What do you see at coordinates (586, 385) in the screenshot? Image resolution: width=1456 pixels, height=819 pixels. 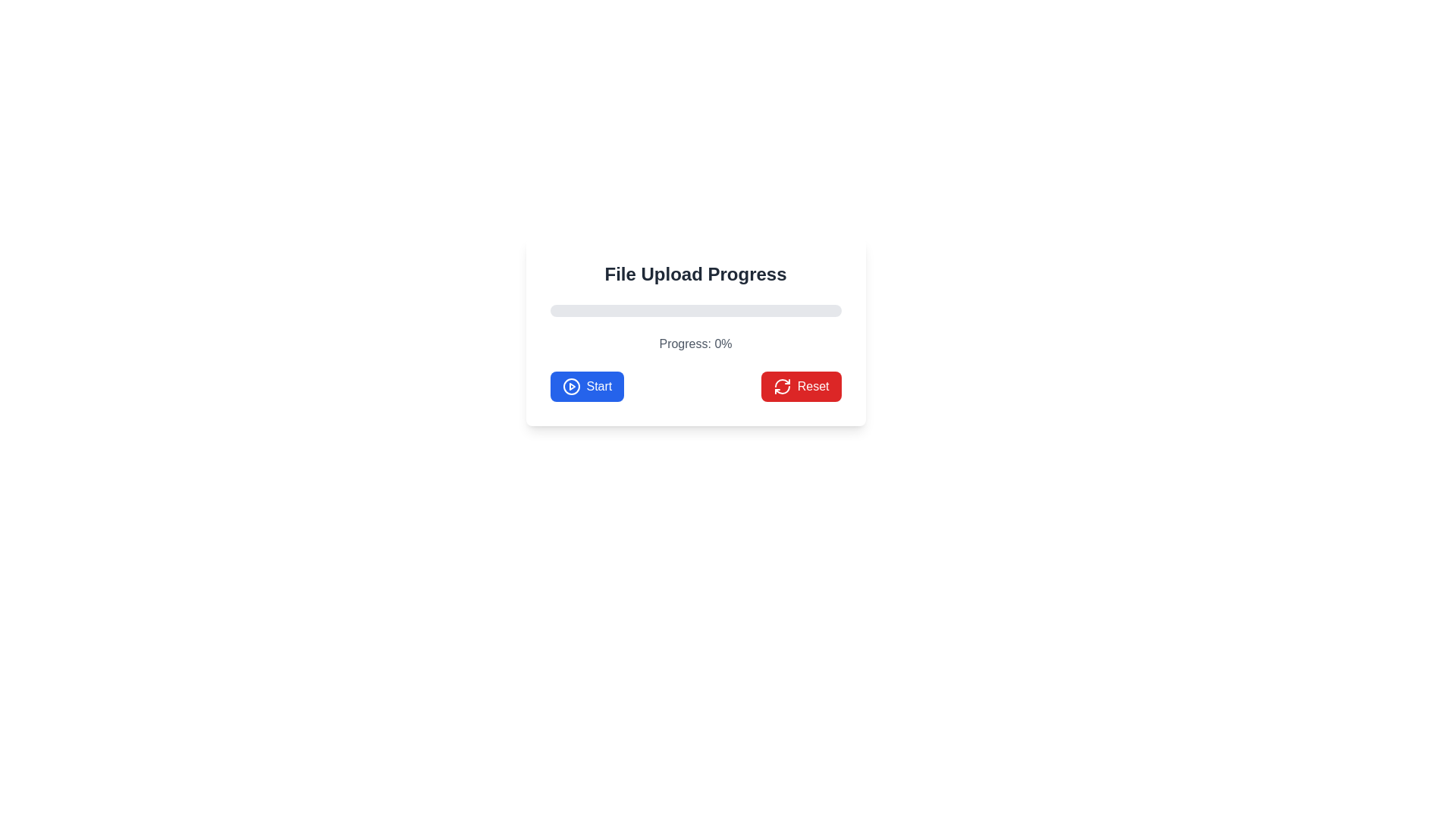 I see `the first button near the bottom center of the interface` at bounding box center [586, 385].